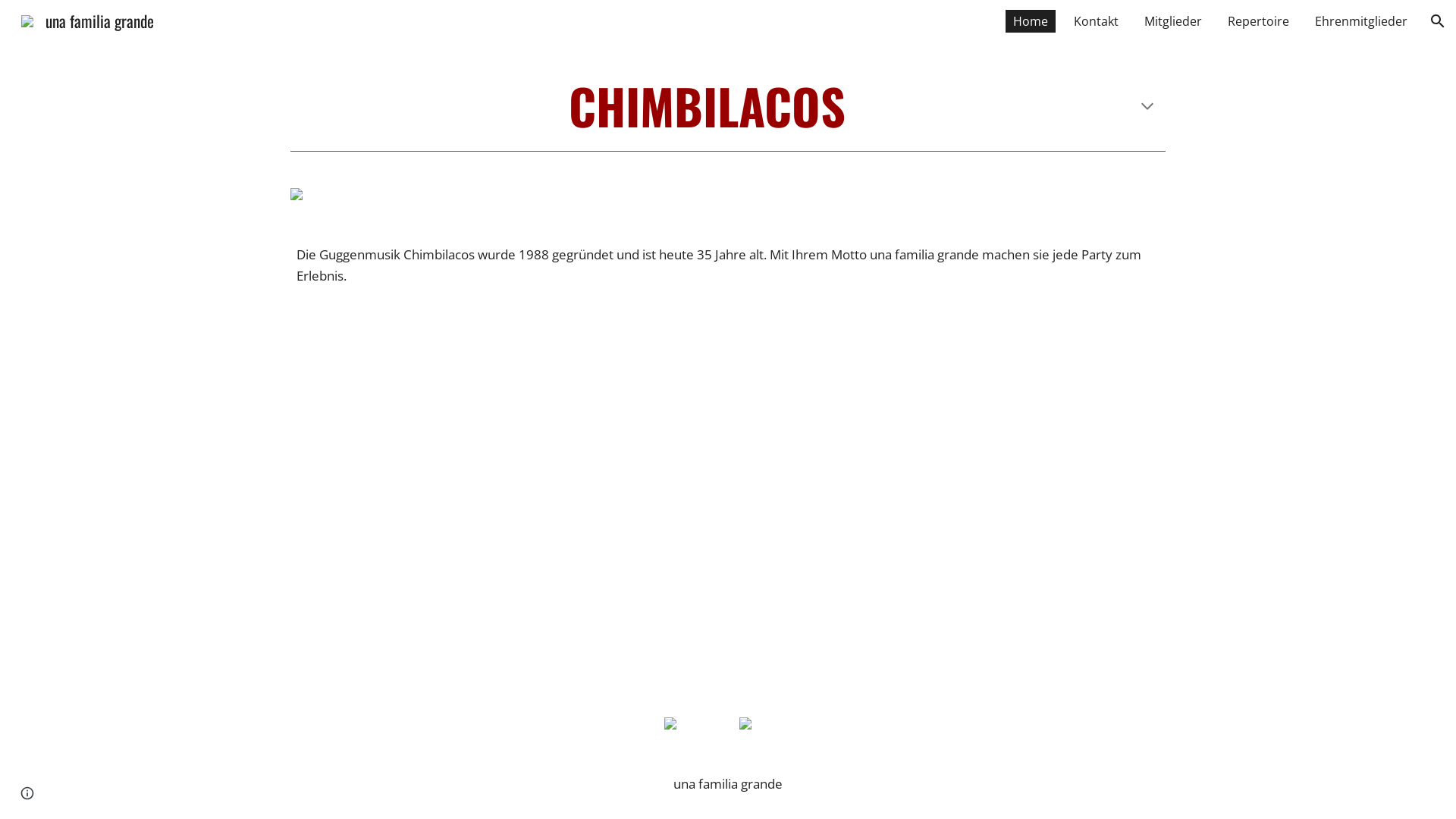 Image resolution: width=1456 pixels, height=819 pixels. What do you see at coordinates (11, 18) in the screenshot?
I see `'una familia grande'` at bounding box center [11, 18].